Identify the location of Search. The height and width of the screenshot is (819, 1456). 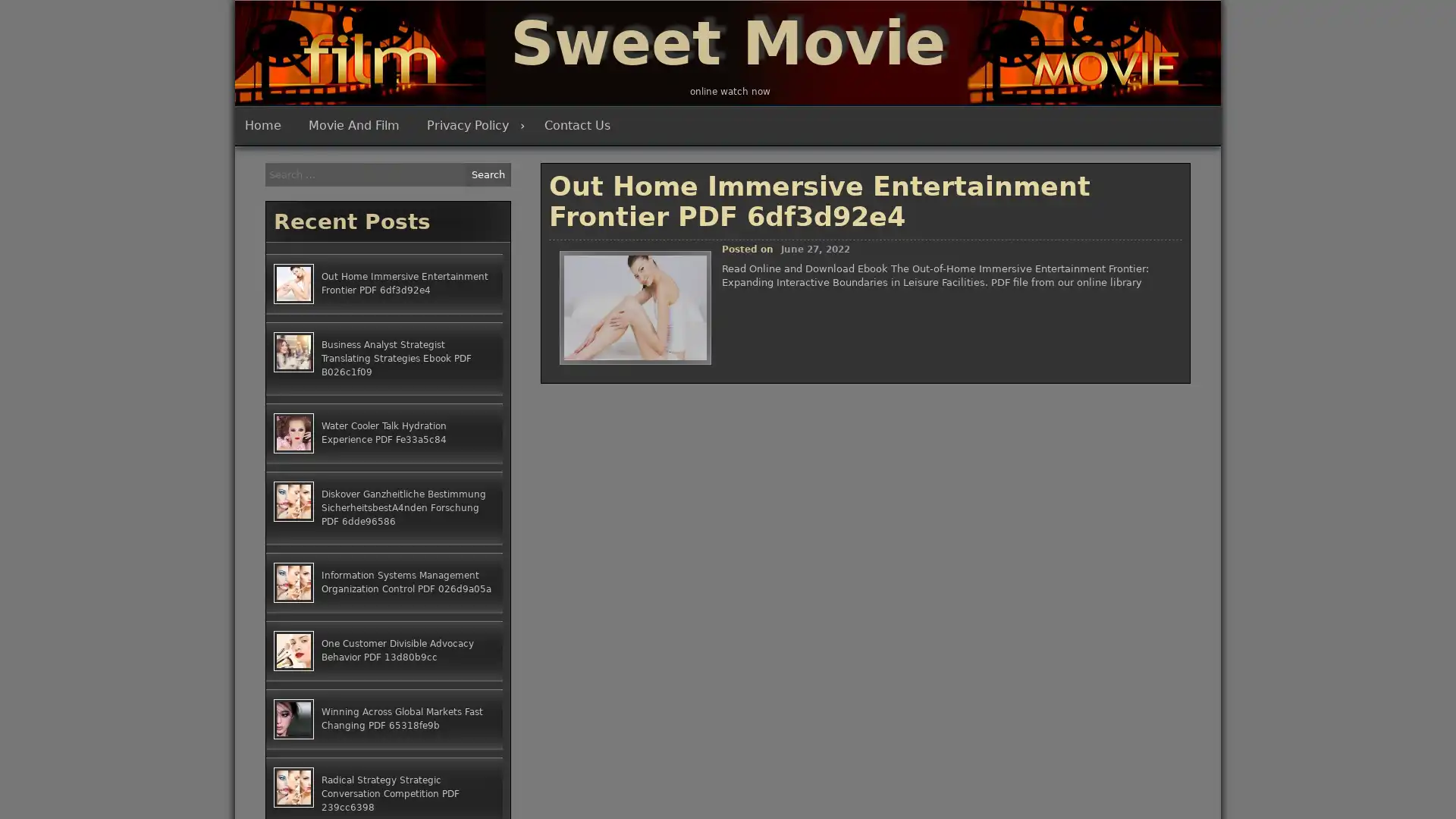
(488, 174).